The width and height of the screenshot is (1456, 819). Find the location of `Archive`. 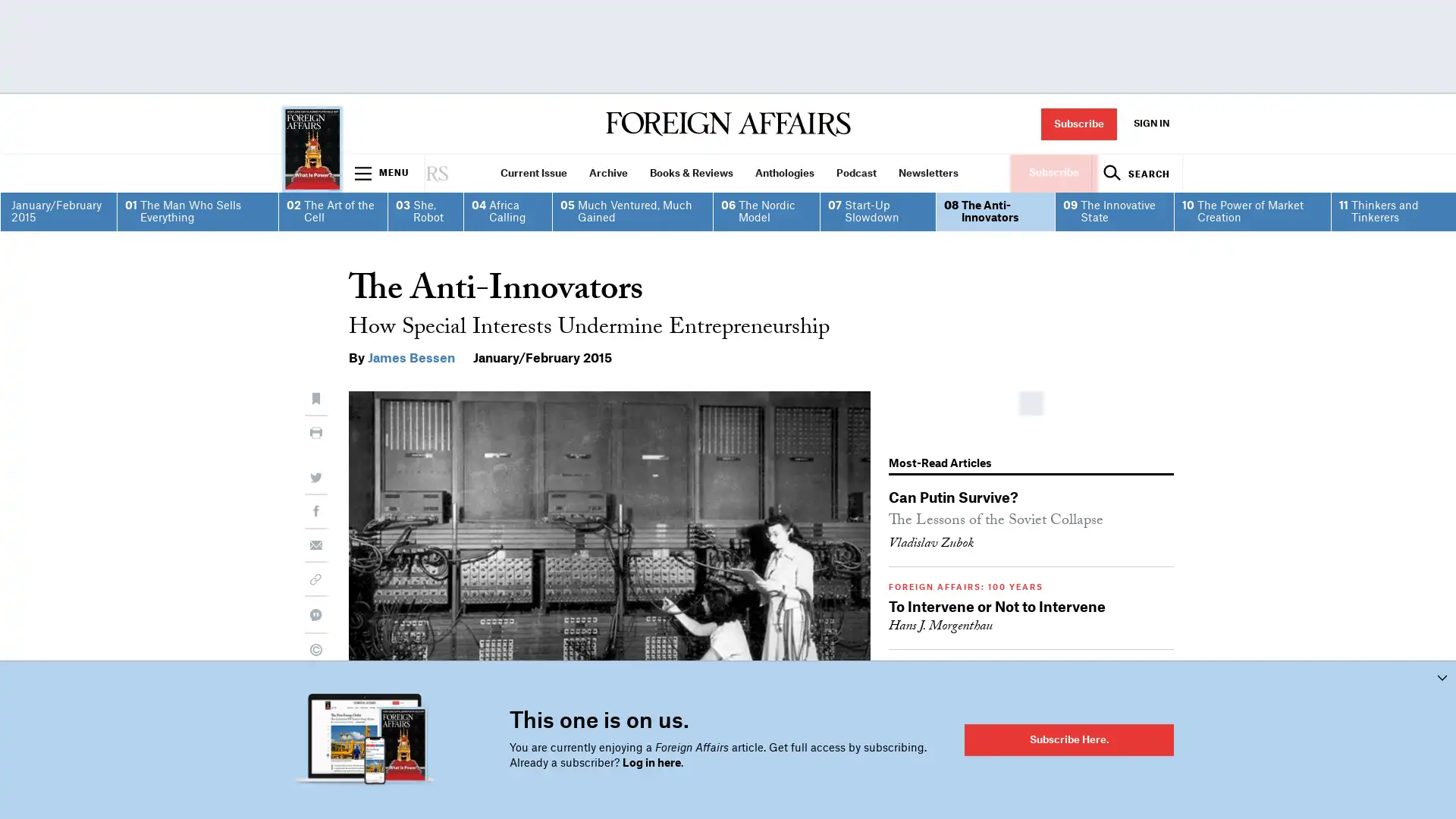

Archive is located at coordinates (607, 172).